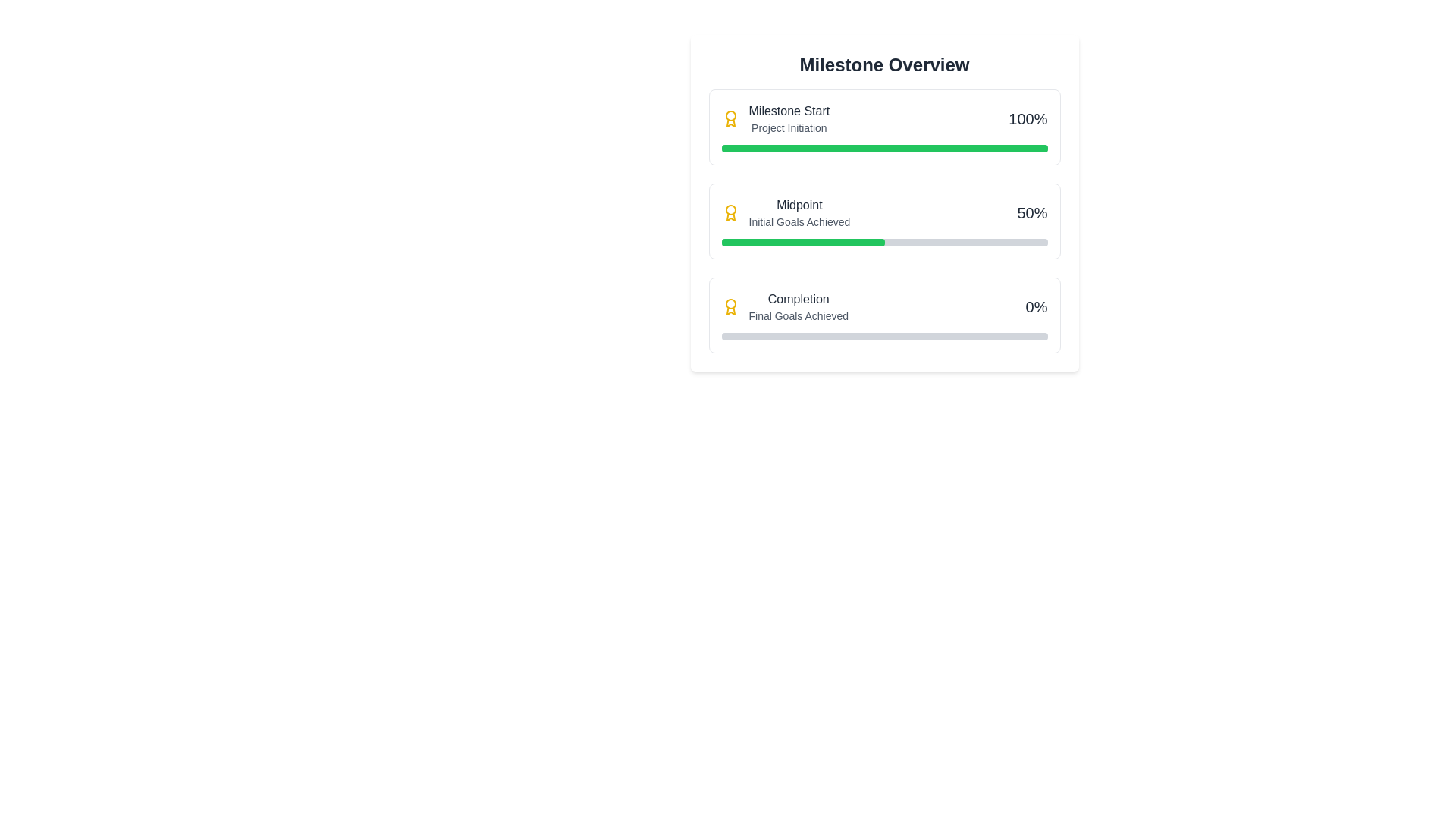  I want to click on the lower decorative ribbon of the award icon within the SVG component located at the bottom part of the medal representation, so click(730, 310).